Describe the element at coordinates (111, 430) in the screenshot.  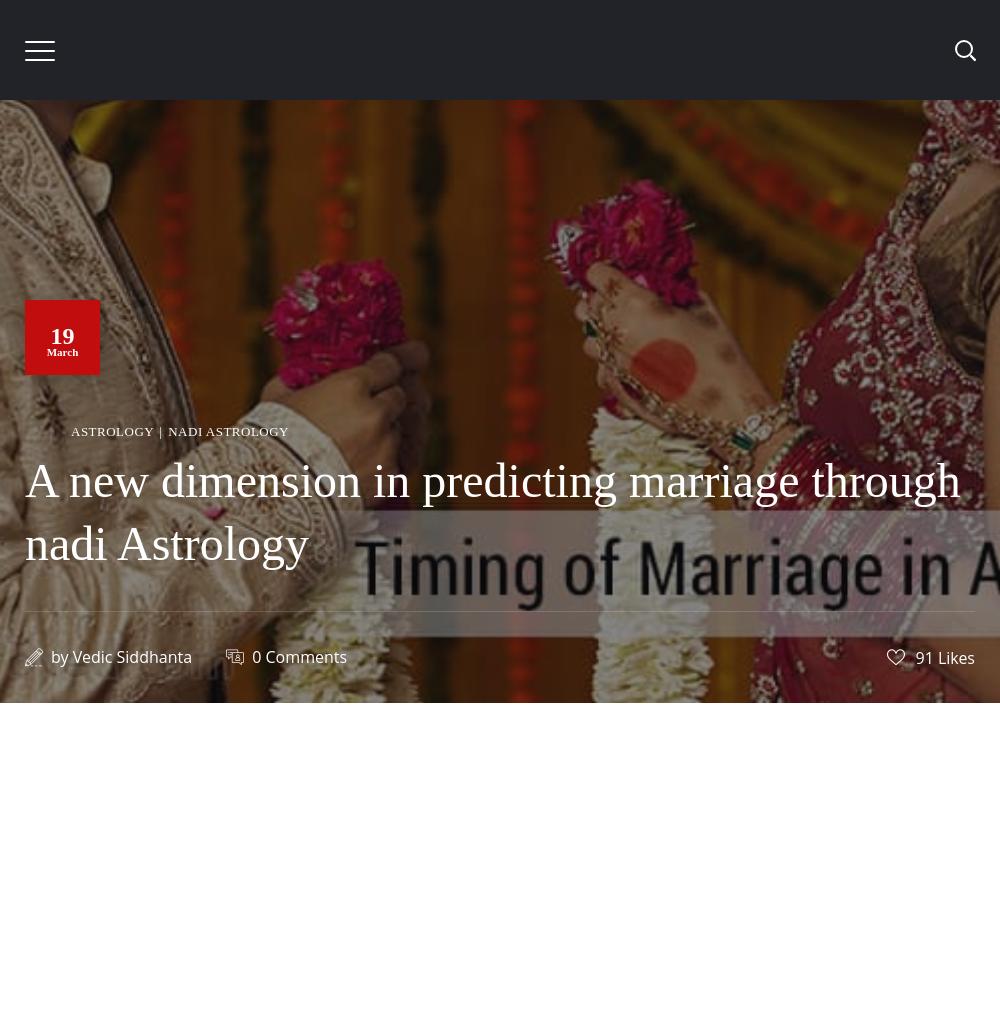
I see `'Astrology'` at that location.